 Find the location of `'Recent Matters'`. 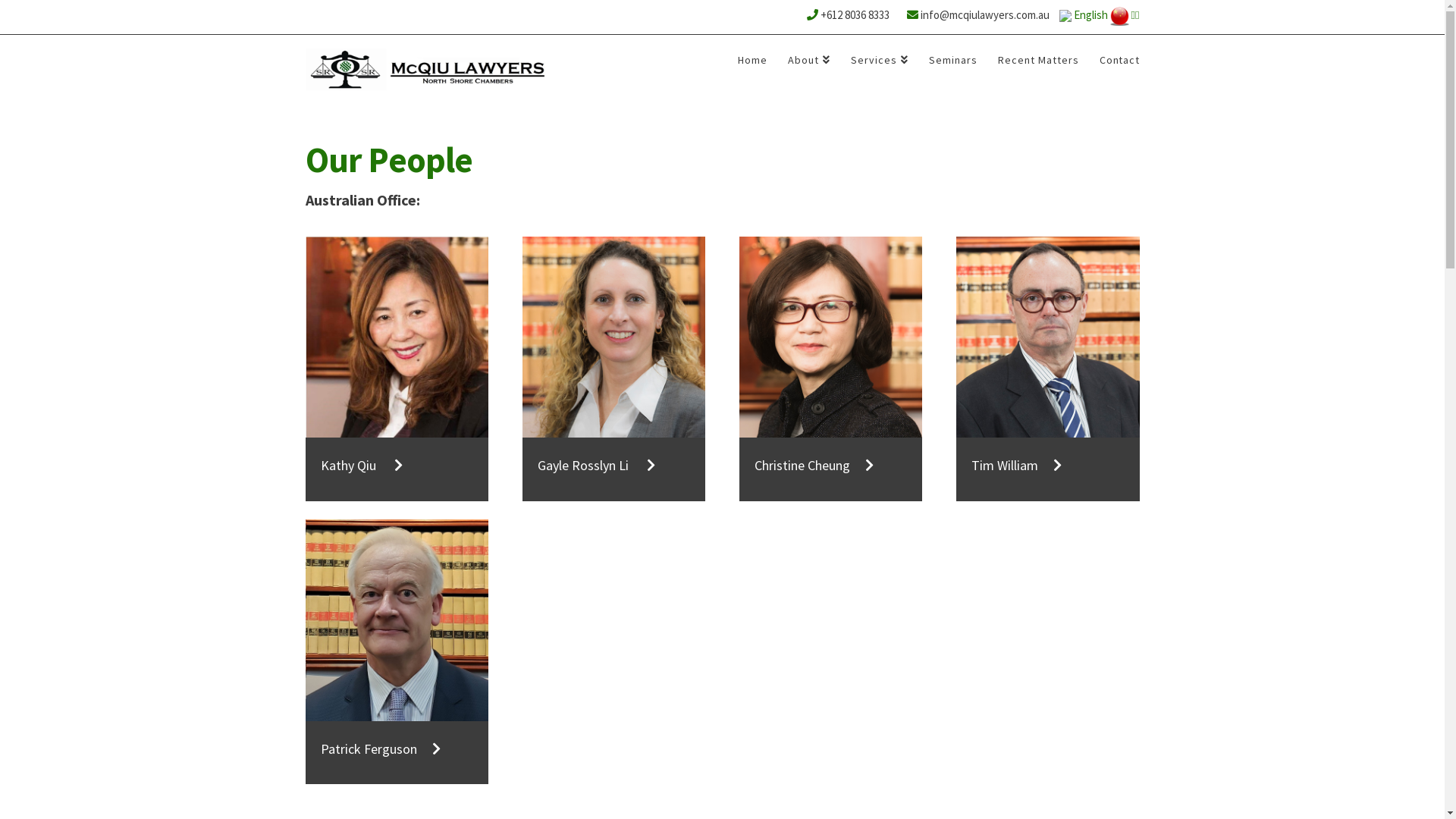

'Recent Matters' is located at coordinates (1037, 64).